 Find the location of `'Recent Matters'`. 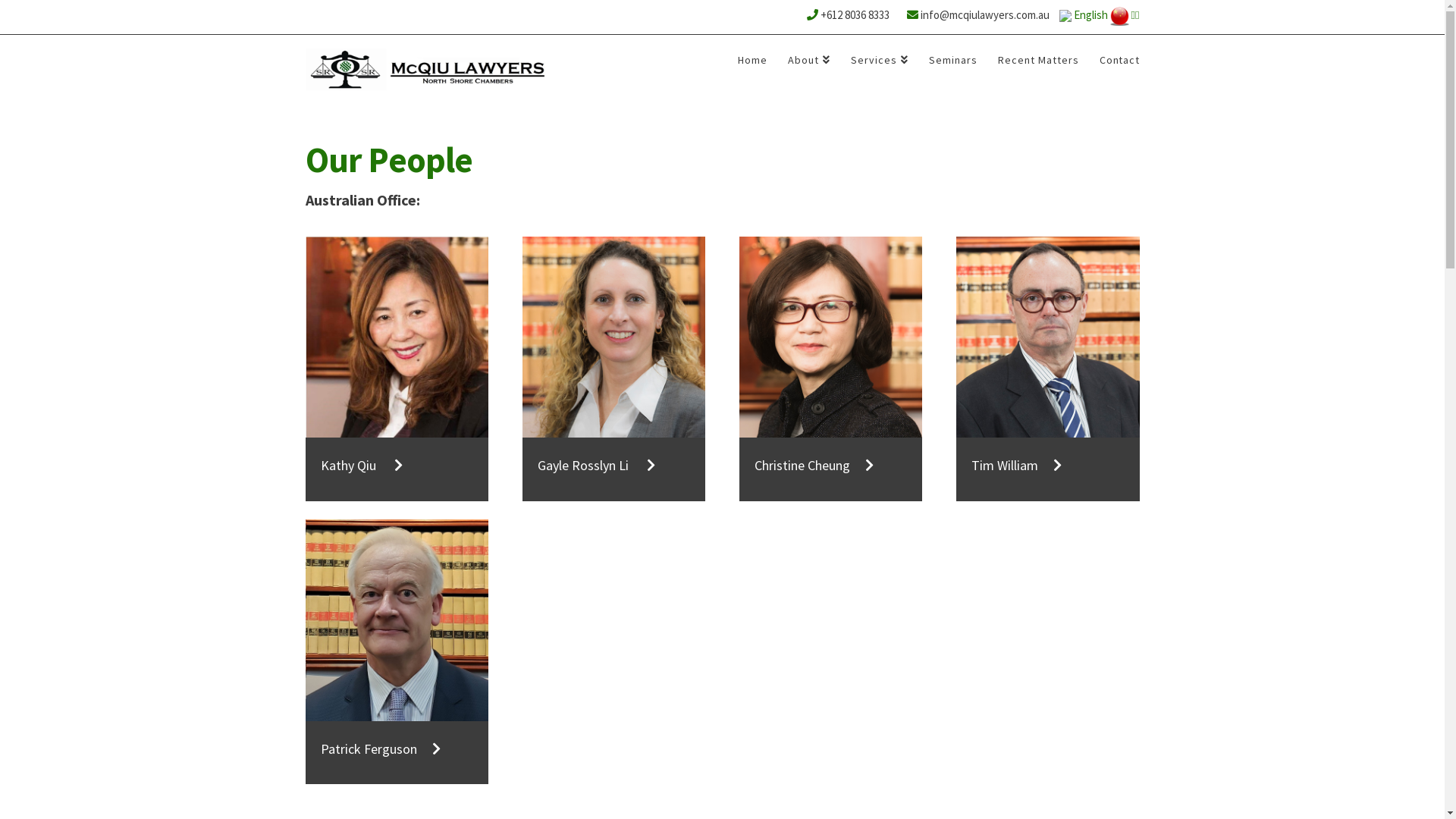

'Recent Matters' is located at coordinates (1037, 64).